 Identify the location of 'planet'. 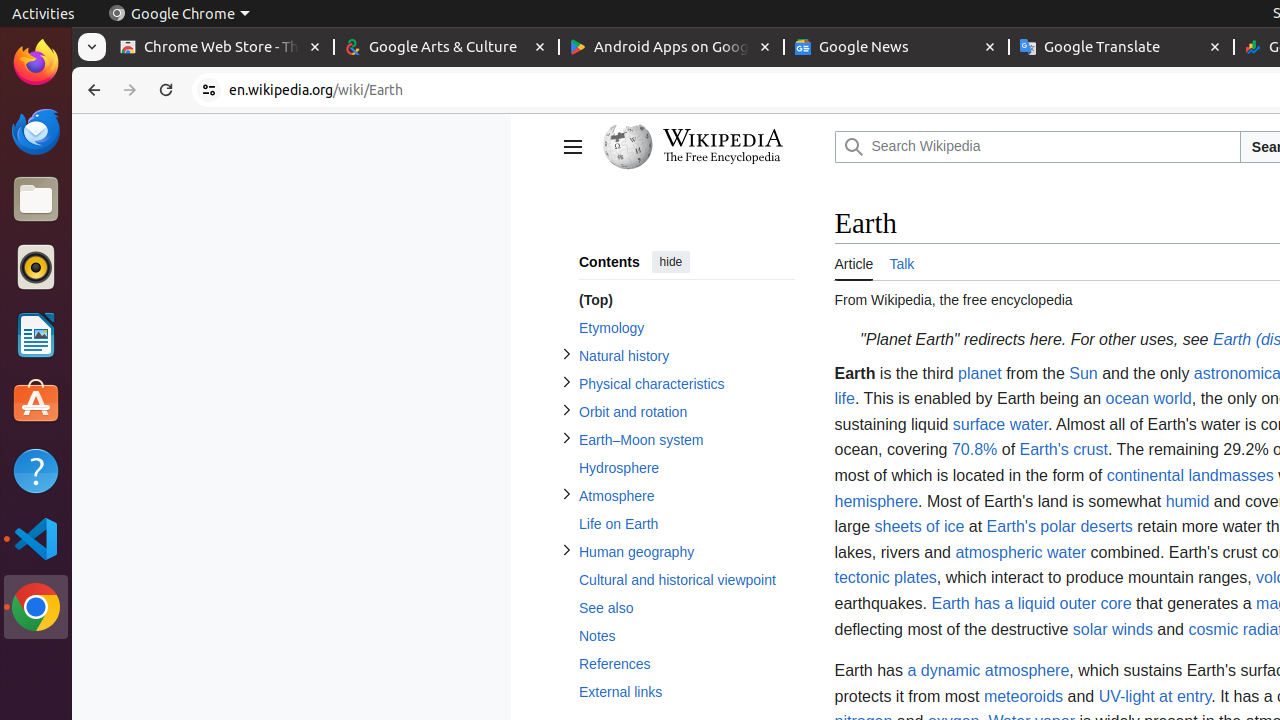
(979, 373).